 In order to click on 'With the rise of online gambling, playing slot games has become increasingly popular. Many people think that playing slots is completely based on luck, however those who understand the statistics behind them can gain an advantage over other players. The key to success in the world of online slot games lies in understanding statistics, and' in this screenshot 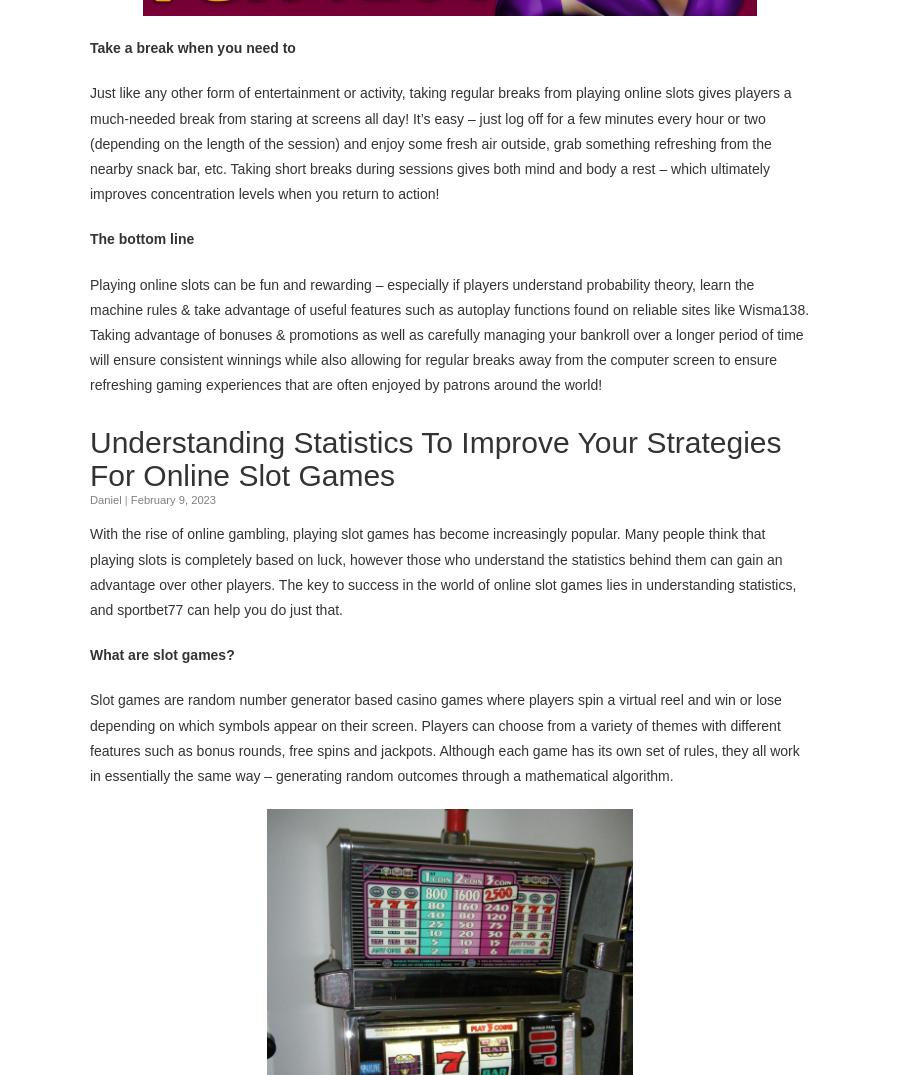, I will do `click(442, 570)`.